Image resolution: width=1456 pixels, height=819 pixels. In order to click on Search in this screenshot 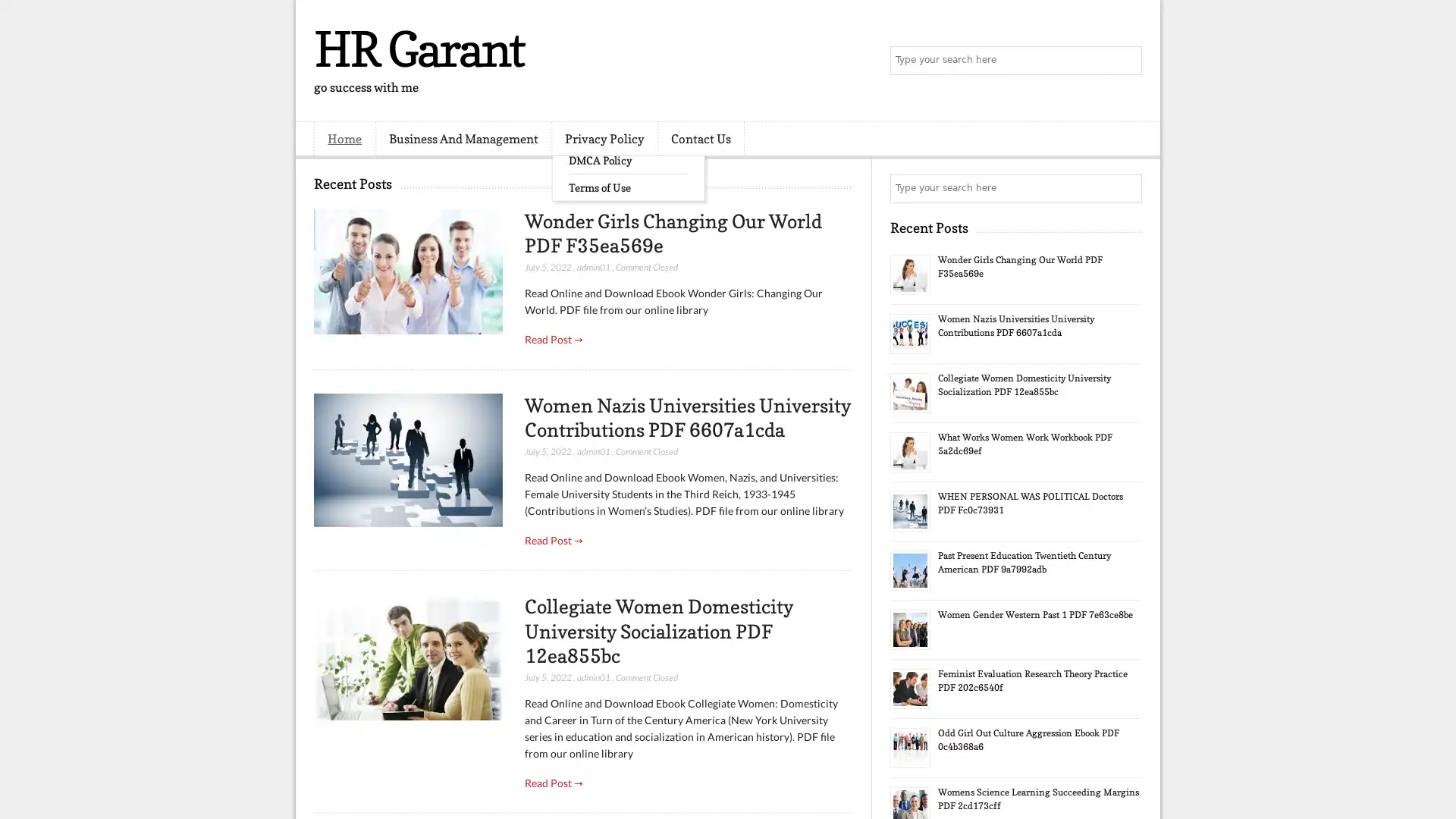, I will do `click(1126, 61)`.